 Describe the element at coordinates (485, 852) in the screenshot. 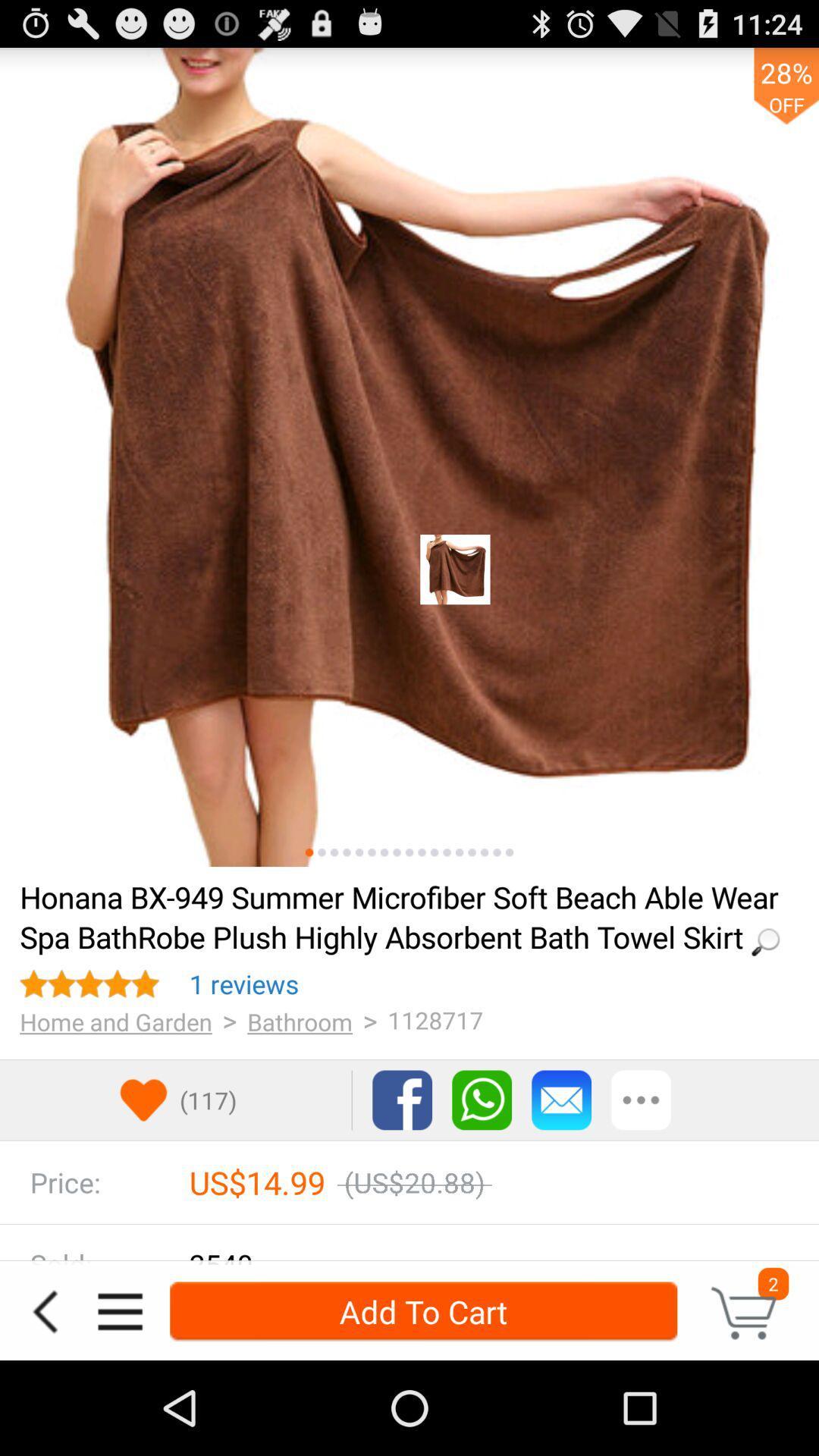

I see `see photos` at that location.